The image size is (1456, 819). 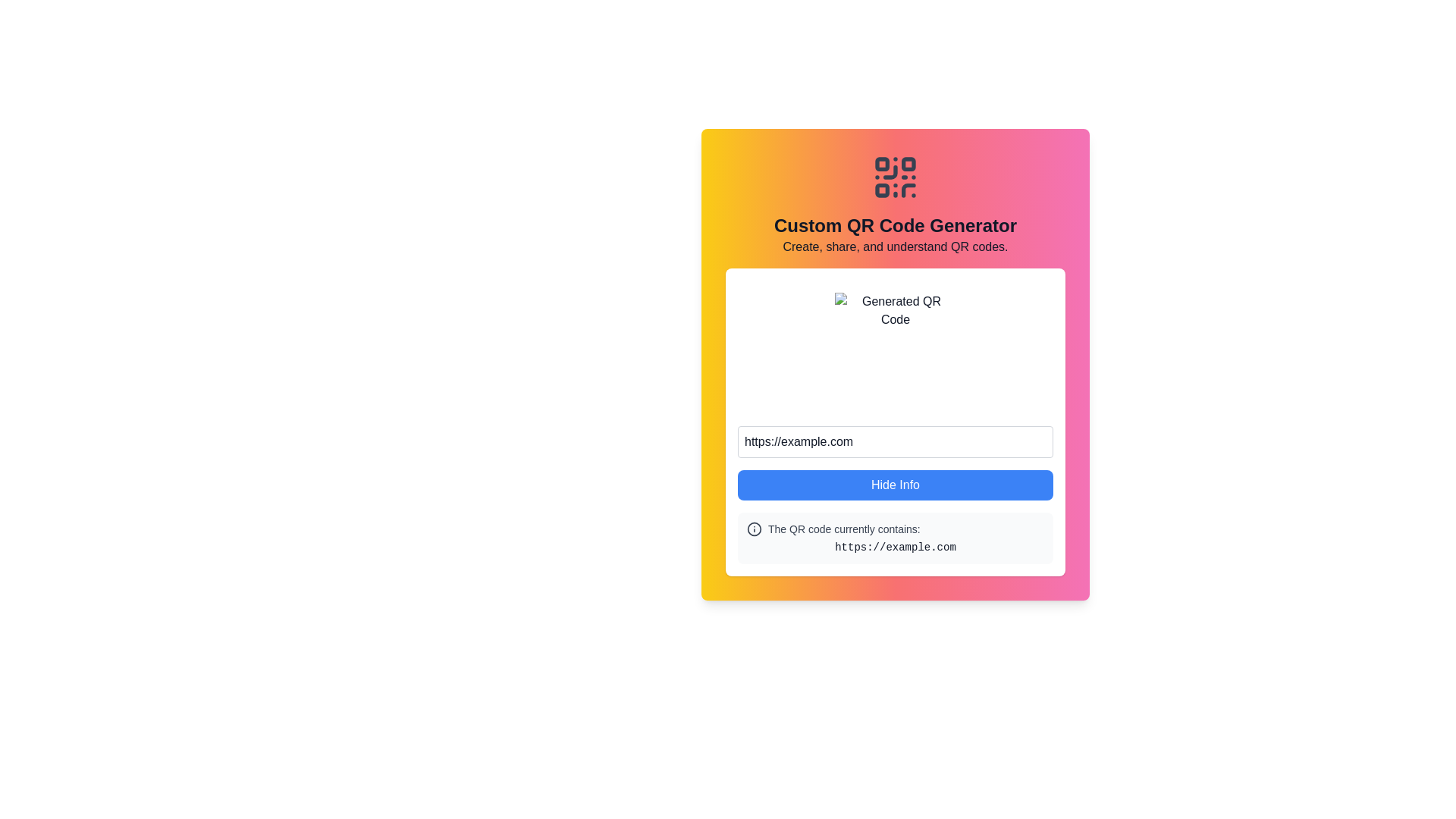 I want to click on the Static text display that shows the embedded URL from the QR code, located below the descriptive text 'The QR code currently contains:', so click(x=895, y=547).